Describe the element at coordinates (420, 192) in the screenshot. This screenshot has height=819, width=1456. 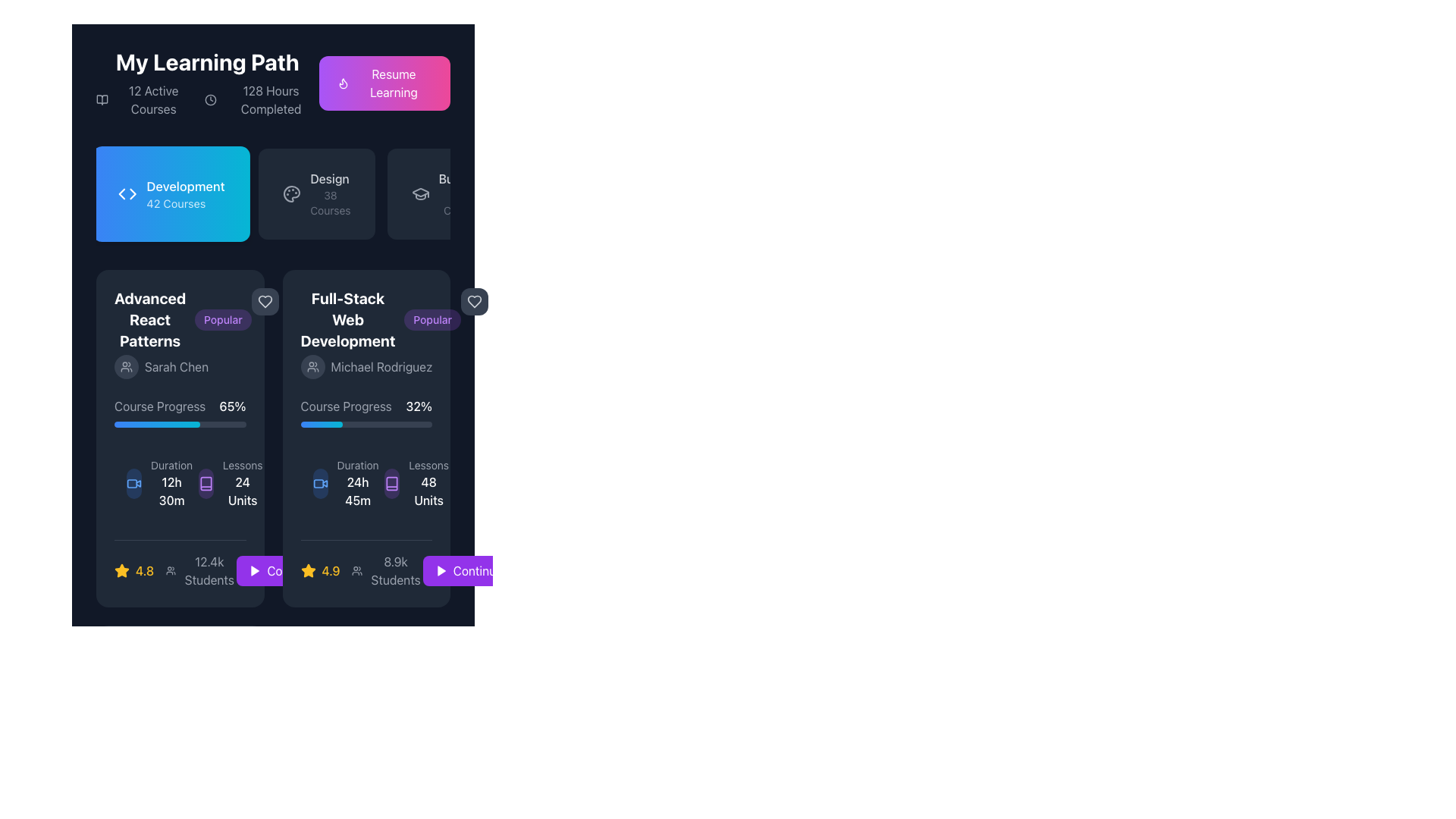
I see `the 'Design' category icon` at that location.